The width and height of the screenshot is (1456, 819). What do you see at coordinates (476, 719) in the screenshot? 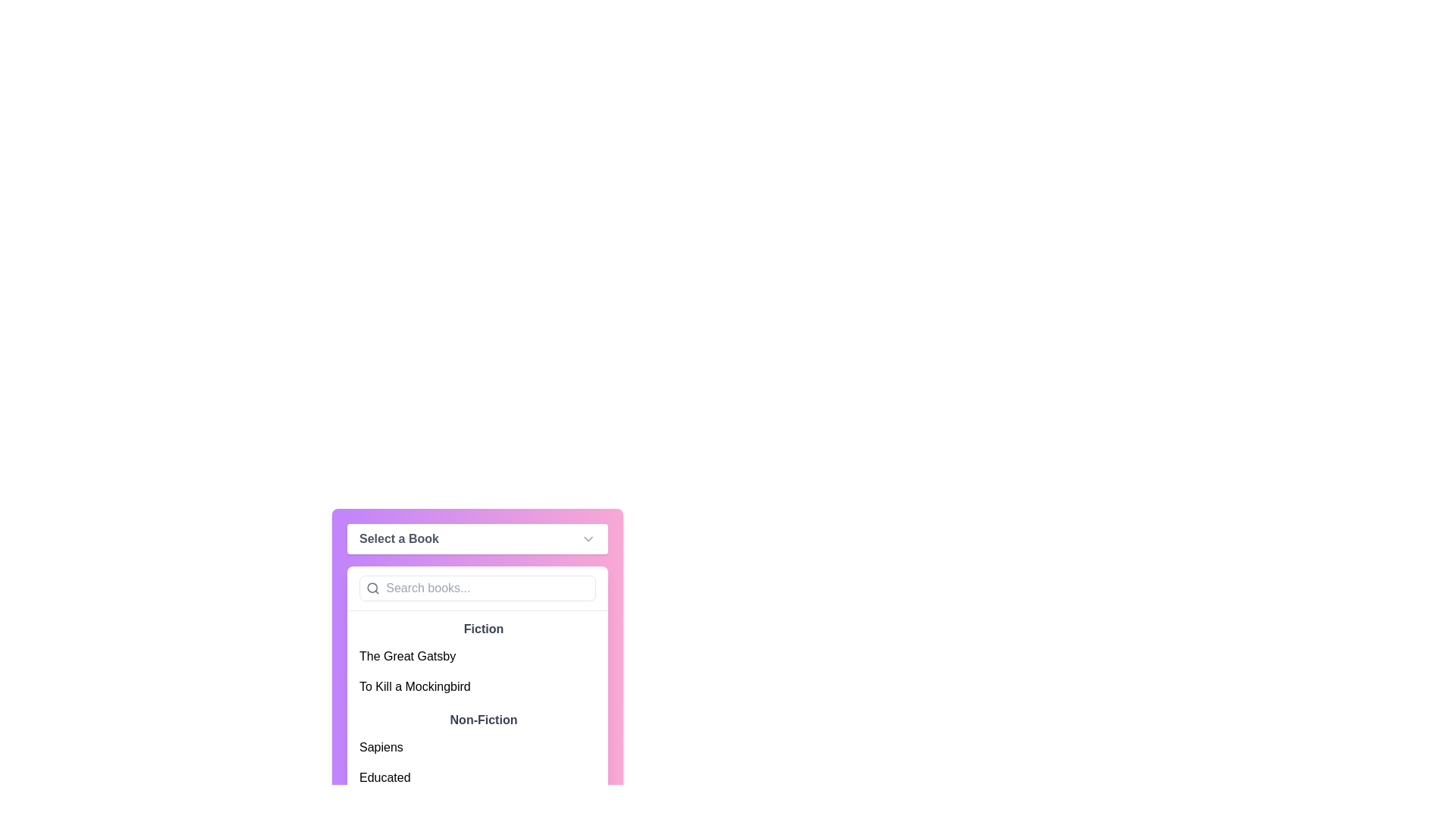
I see `the category label in the dropdown list that groups related book entries, positioned directly below the main category header and above the items 'Sapiens' and 'Educated'` at bounding box center [476, 719].